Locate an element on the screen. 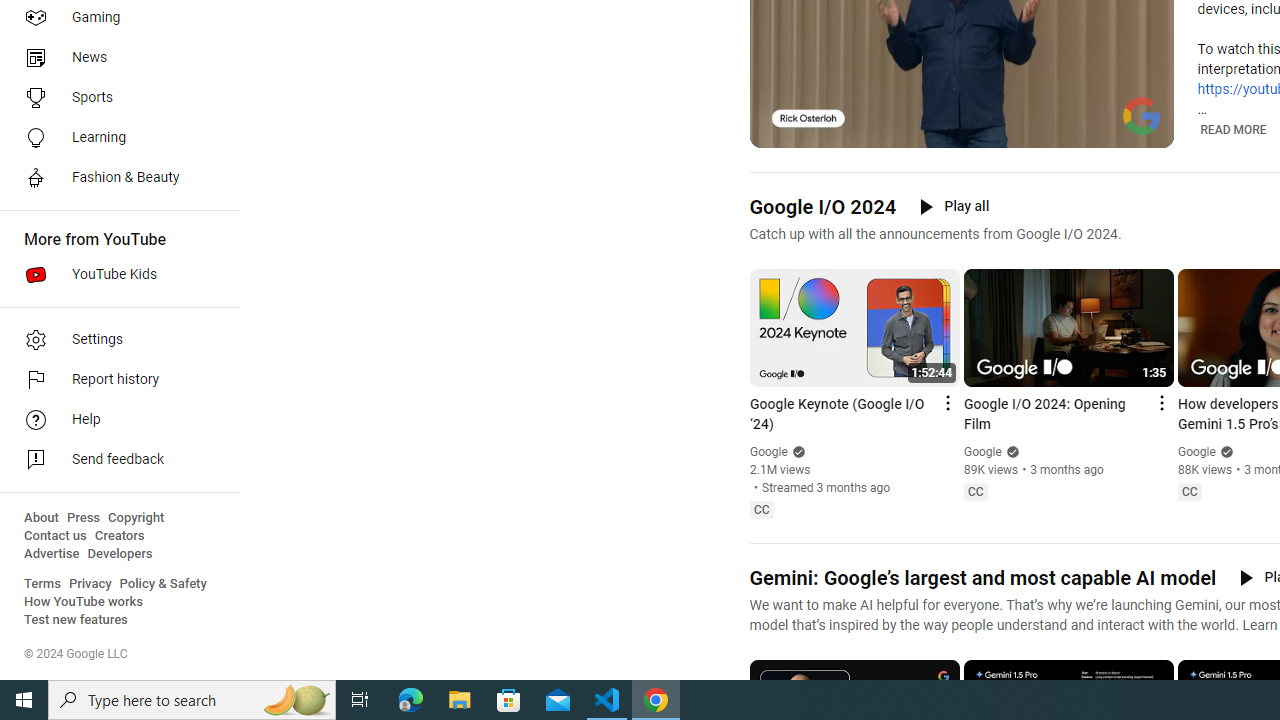 The image size is (1280, 720). 'News' is located at coordinates (112, 56).